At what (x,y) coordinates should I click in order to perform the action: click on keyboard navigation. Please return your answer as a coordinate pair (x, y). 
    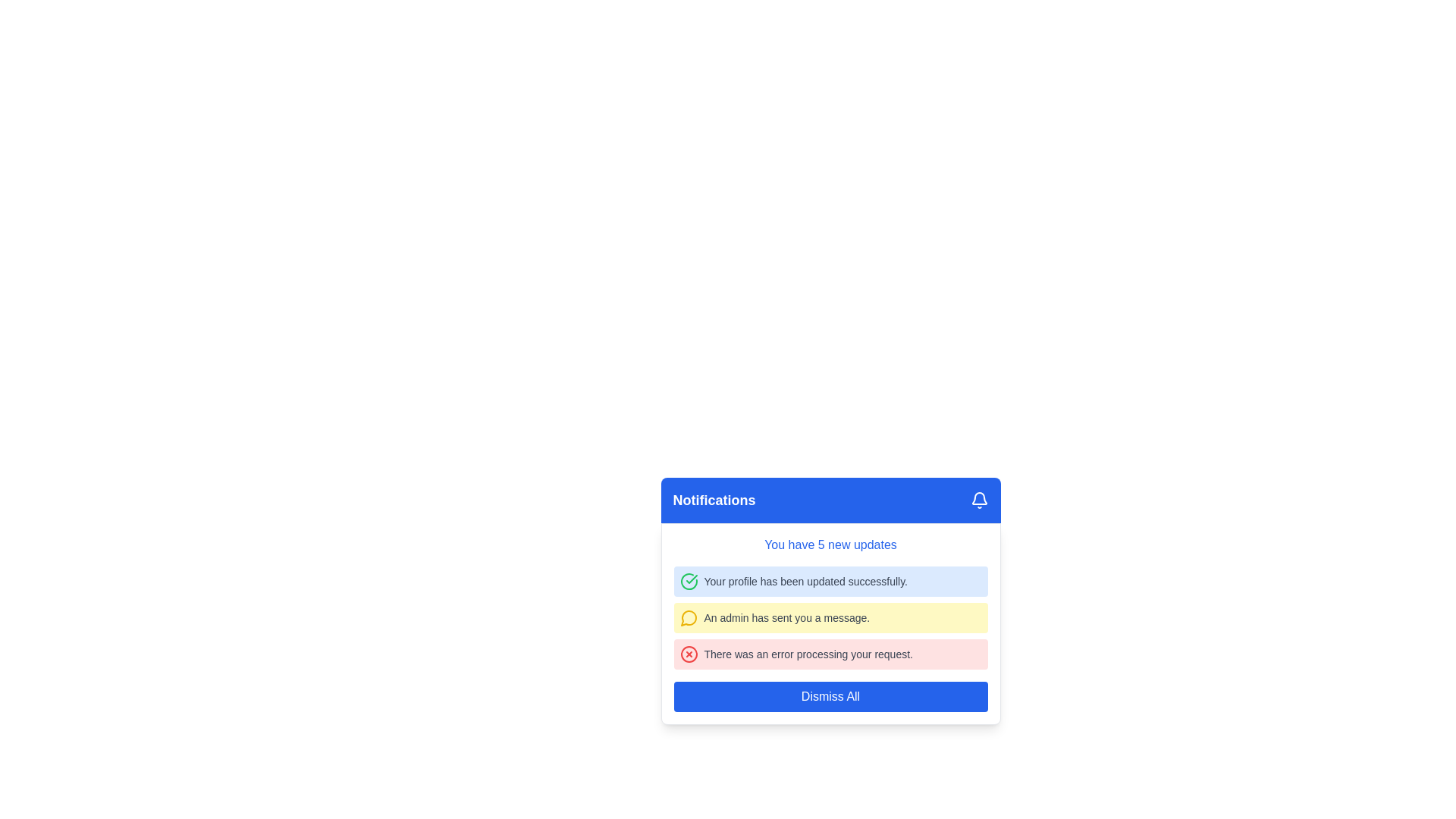
    Looking at the image, I should click on (979, 500).